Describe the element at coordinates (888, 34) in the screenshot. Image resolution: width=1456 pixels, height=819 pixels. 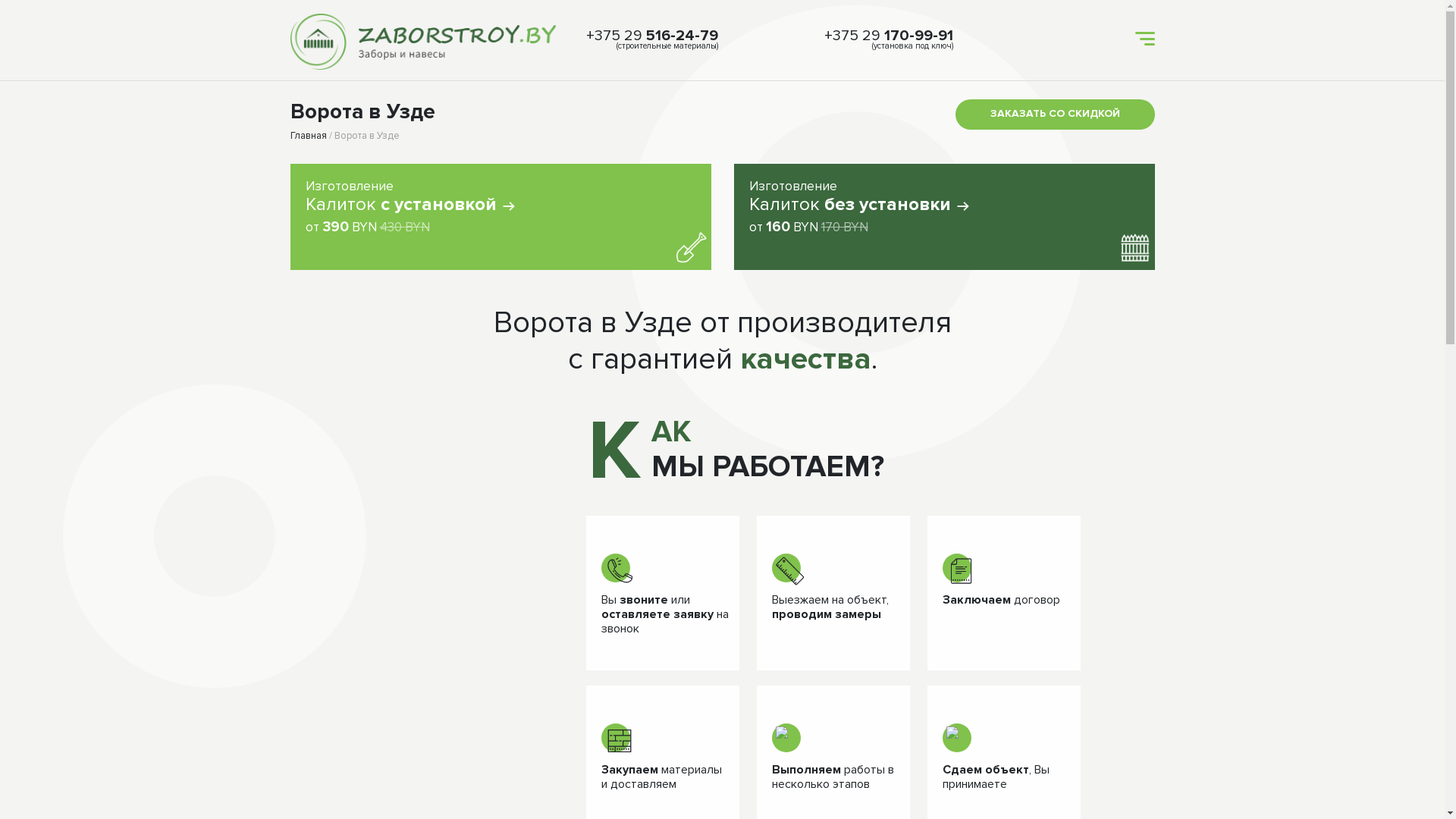
I see `'+375 29 170-99-91'` at that location.